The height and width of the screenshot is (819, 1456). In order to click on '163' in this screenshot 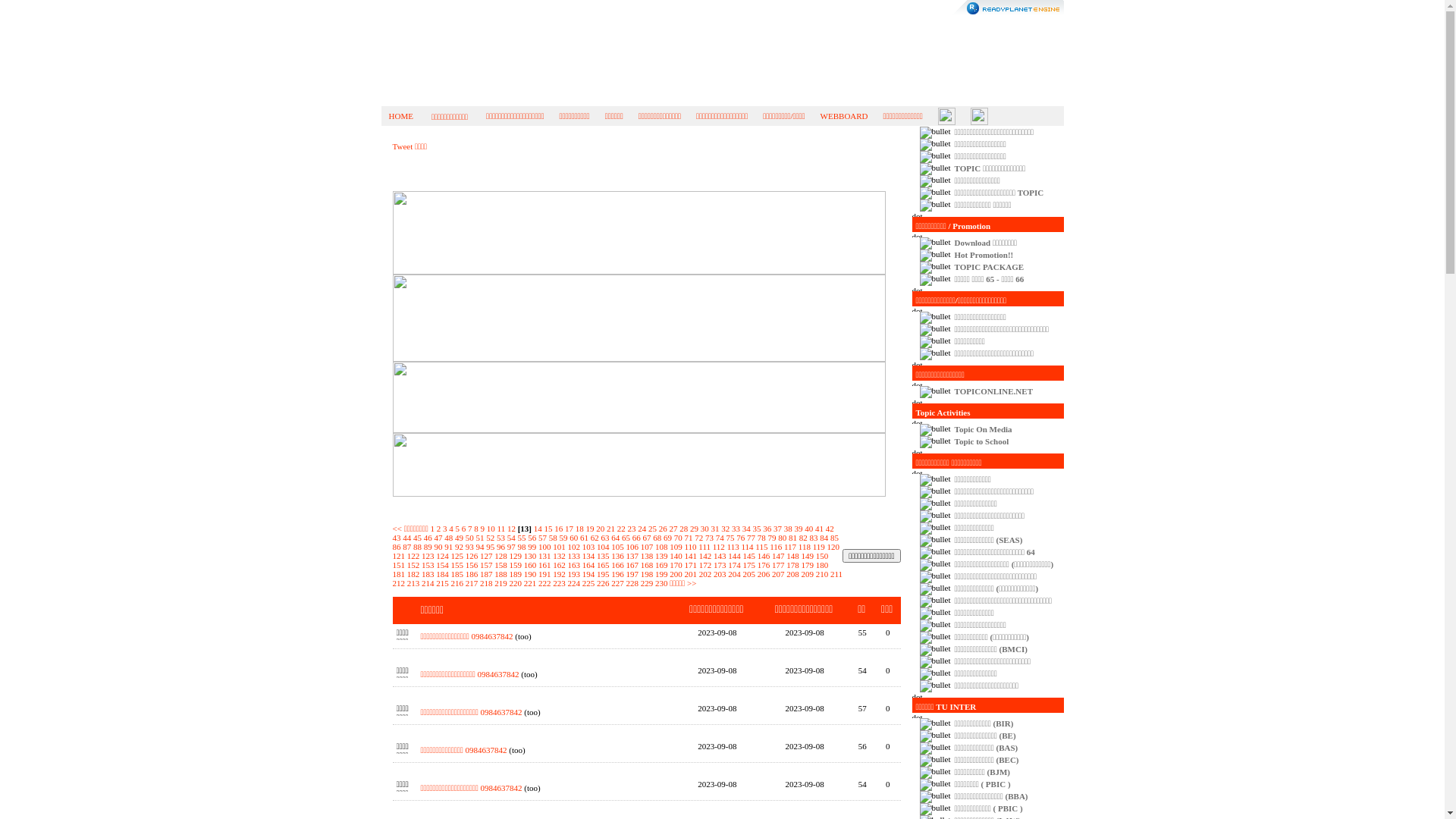, I will do `click(573, 564)`.